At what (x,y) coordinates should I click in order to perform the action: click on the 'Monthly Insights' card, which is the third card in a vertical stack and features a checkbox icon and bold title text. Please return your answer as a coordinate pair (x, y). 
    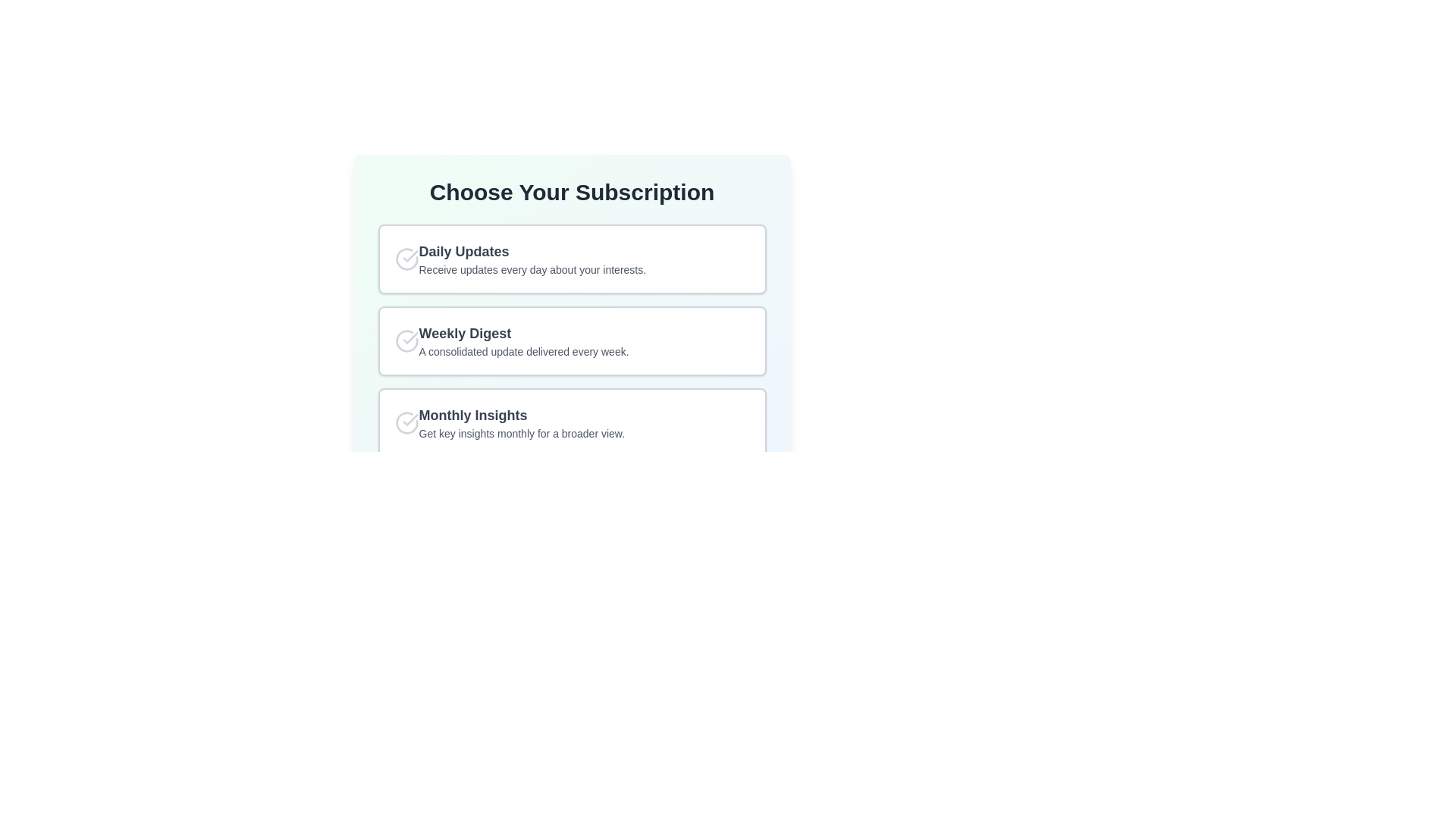
    Looking at the image, I should click on (571, 423).